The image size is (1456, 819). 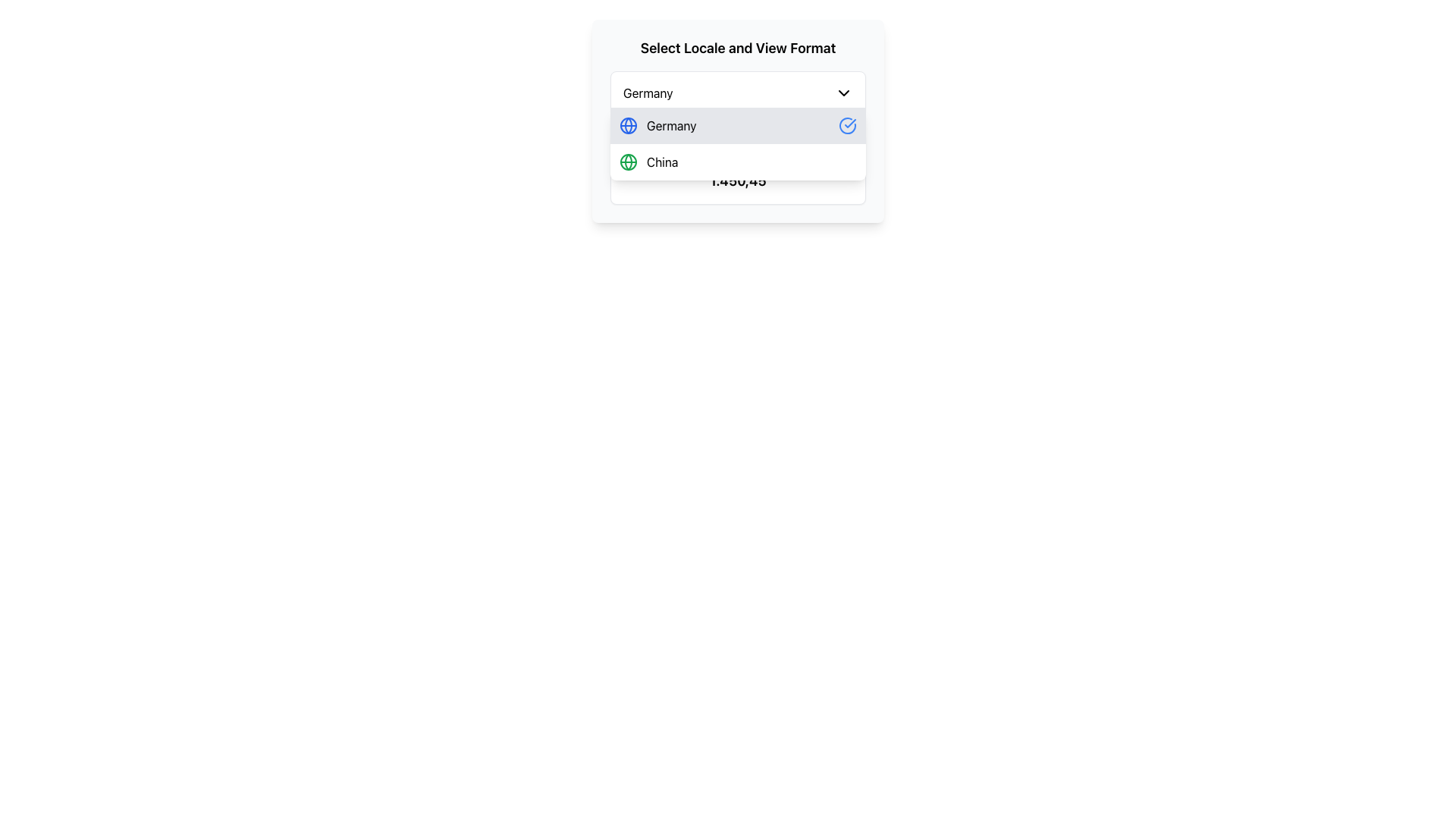 I want to click on the text label 'Germany' located in a dropdown list with a globe icon to its left and a checkmark icon to its right, so click(x=670, y=124).